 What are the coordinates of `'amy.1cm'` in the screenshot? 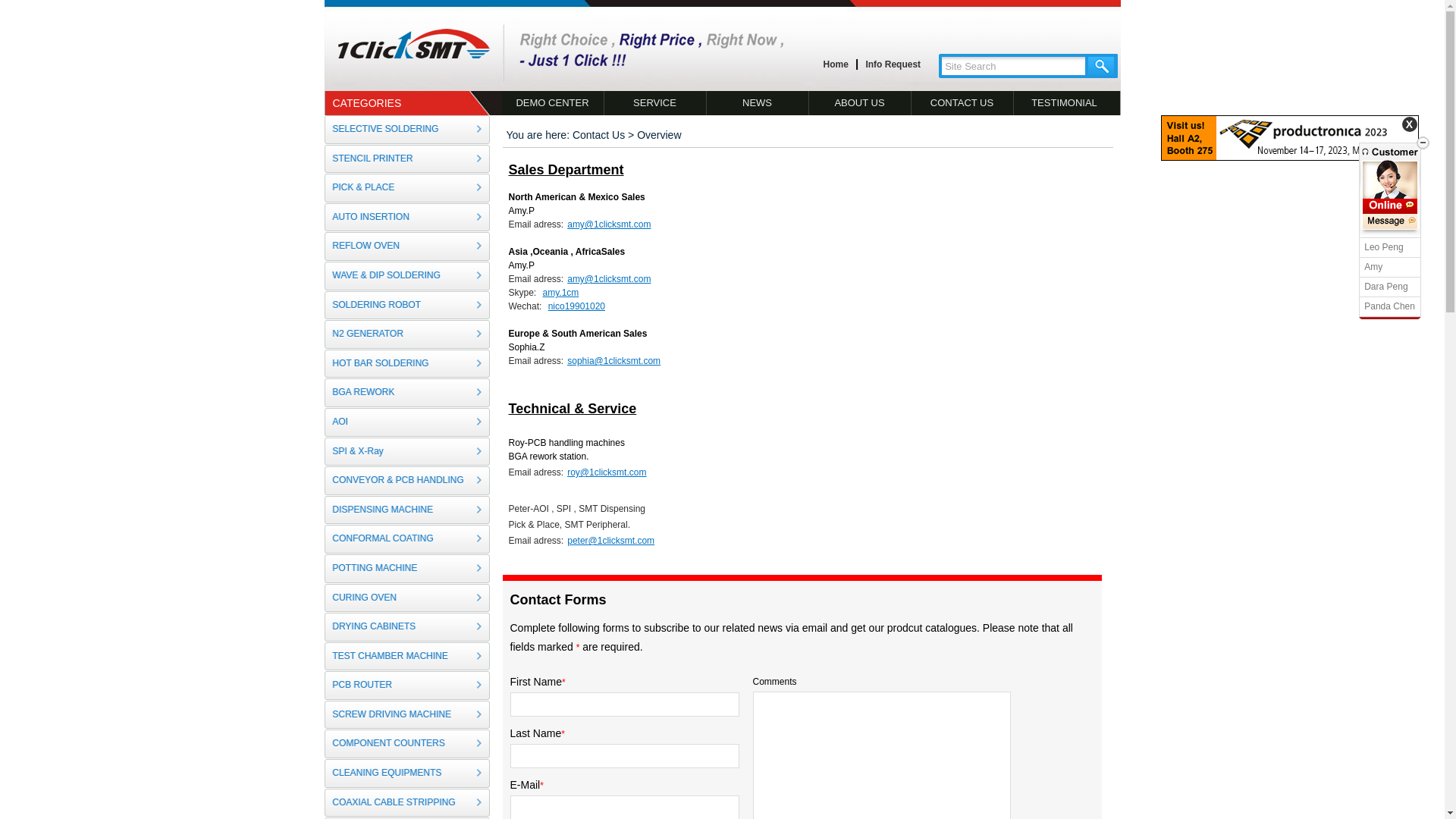 It's located at (558, 292).